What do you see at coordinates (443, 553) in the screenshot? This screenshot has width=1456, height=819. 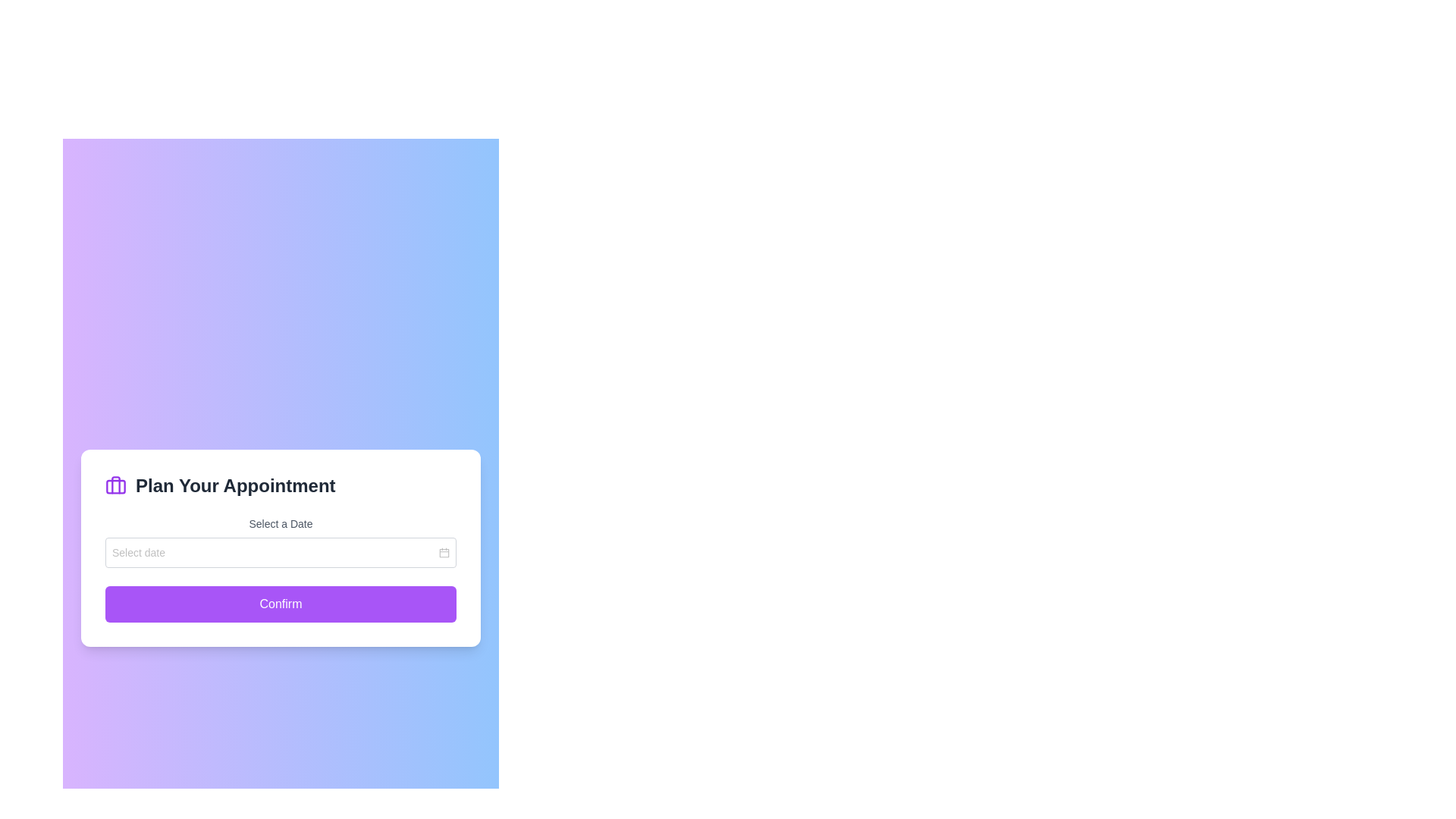 I see `the calendar icon located at the far right side of the 'Plan Your Appointment' form` at bounding box center [443, 553].